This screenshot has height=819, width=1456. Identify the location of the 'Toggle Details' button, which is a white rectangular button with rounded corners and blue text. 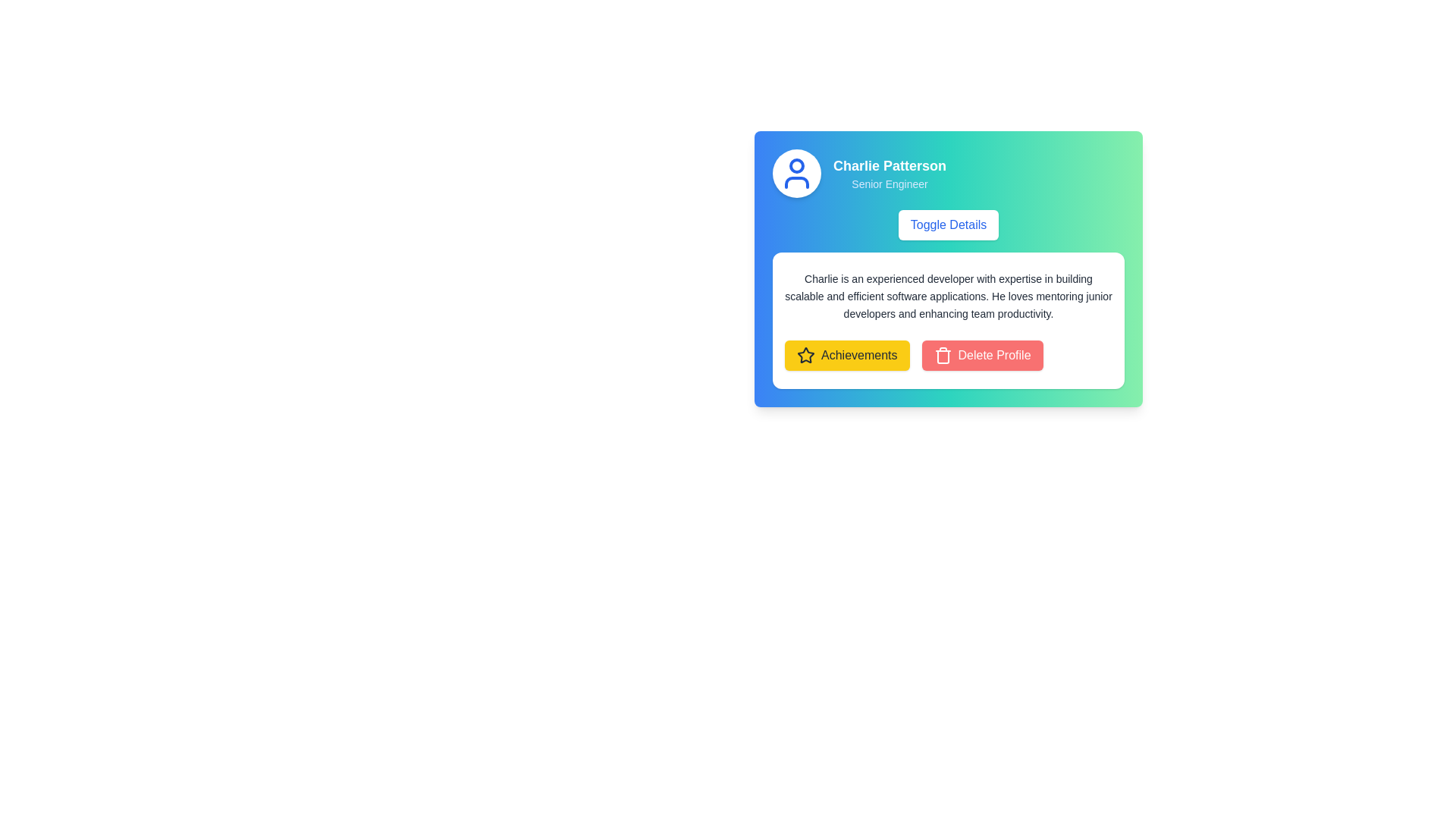
(948, 225).